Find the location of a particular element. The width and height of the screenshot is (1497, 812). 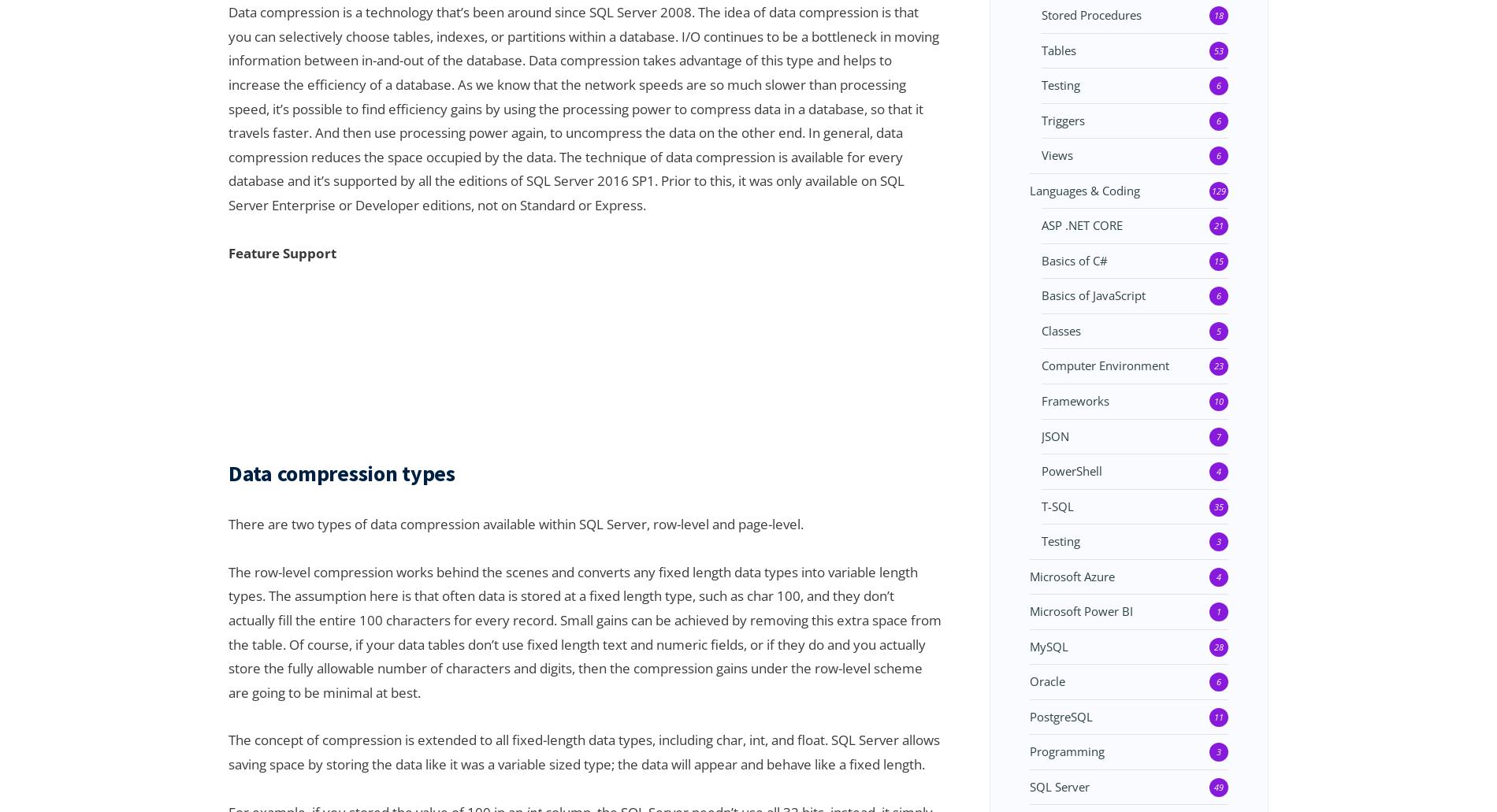

'15' is located at coordinates (1218, 259).